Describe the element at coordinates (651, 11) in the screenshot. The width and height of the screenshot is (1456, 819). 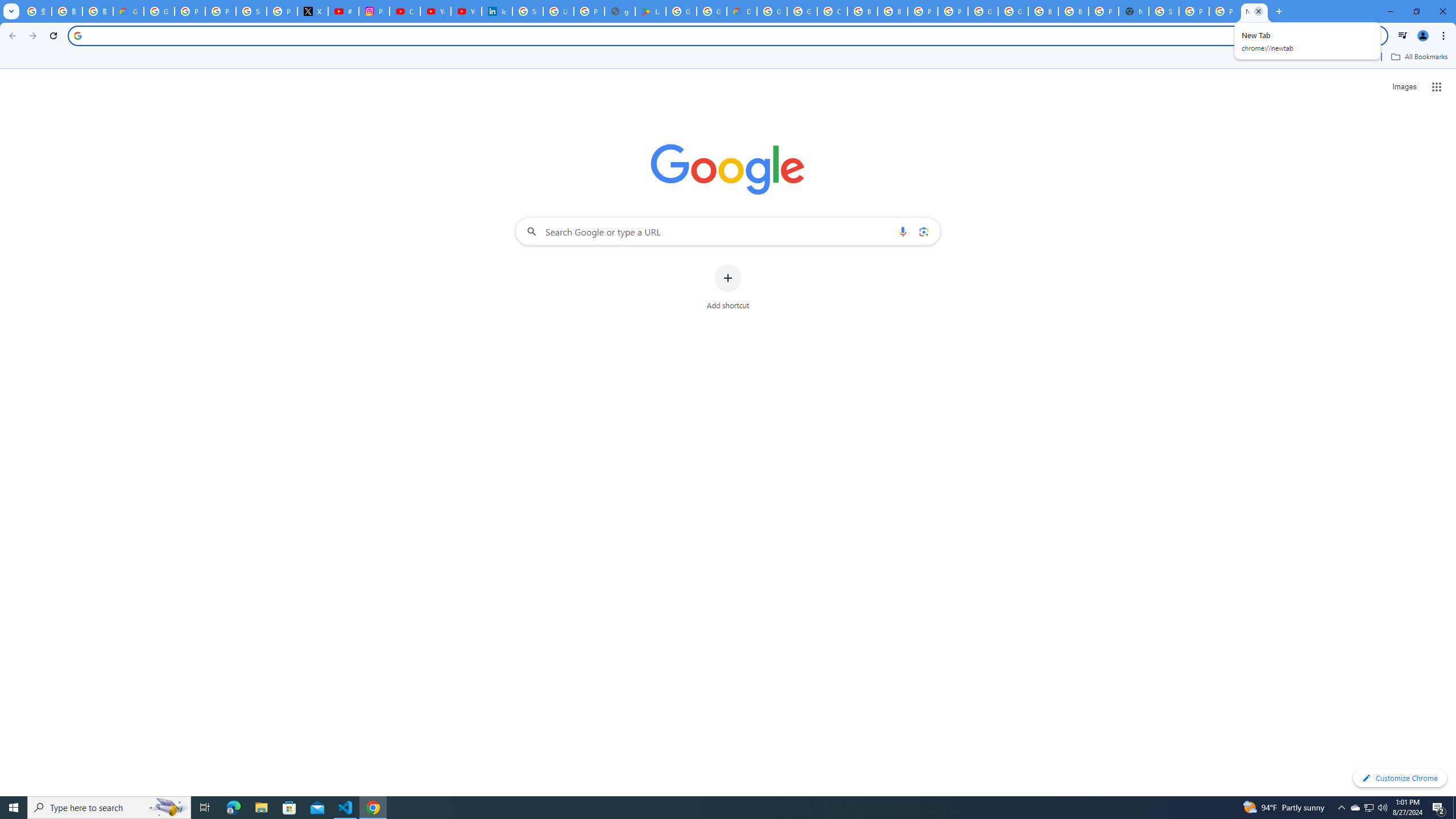
I see `'Last Shelter: Survival - Apps on Google Play'` at that location.